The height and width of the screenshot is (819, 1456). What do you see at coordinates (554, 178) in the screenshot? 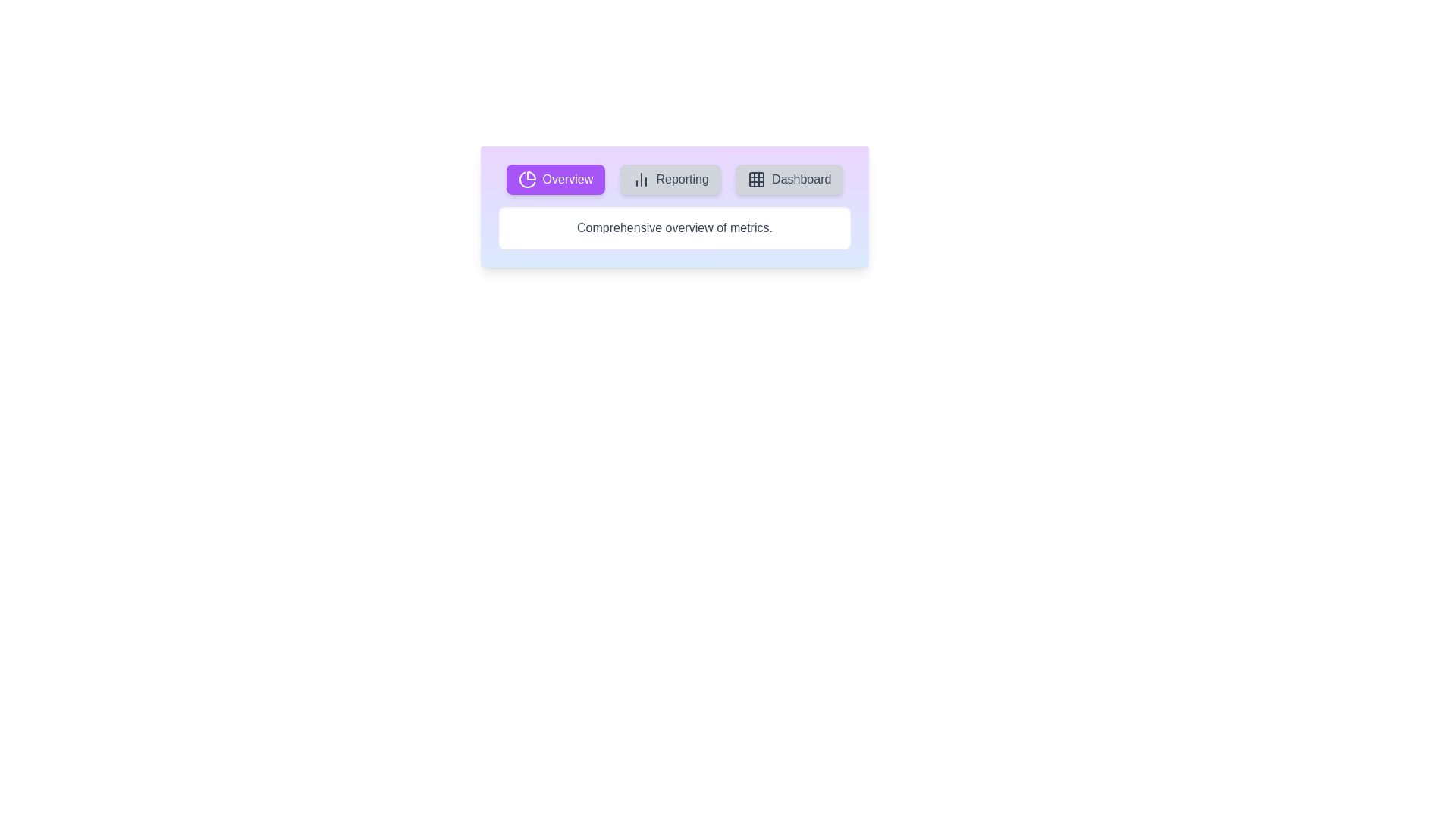
I see `the tab labeled Overview` at bounding box center [554, 178].